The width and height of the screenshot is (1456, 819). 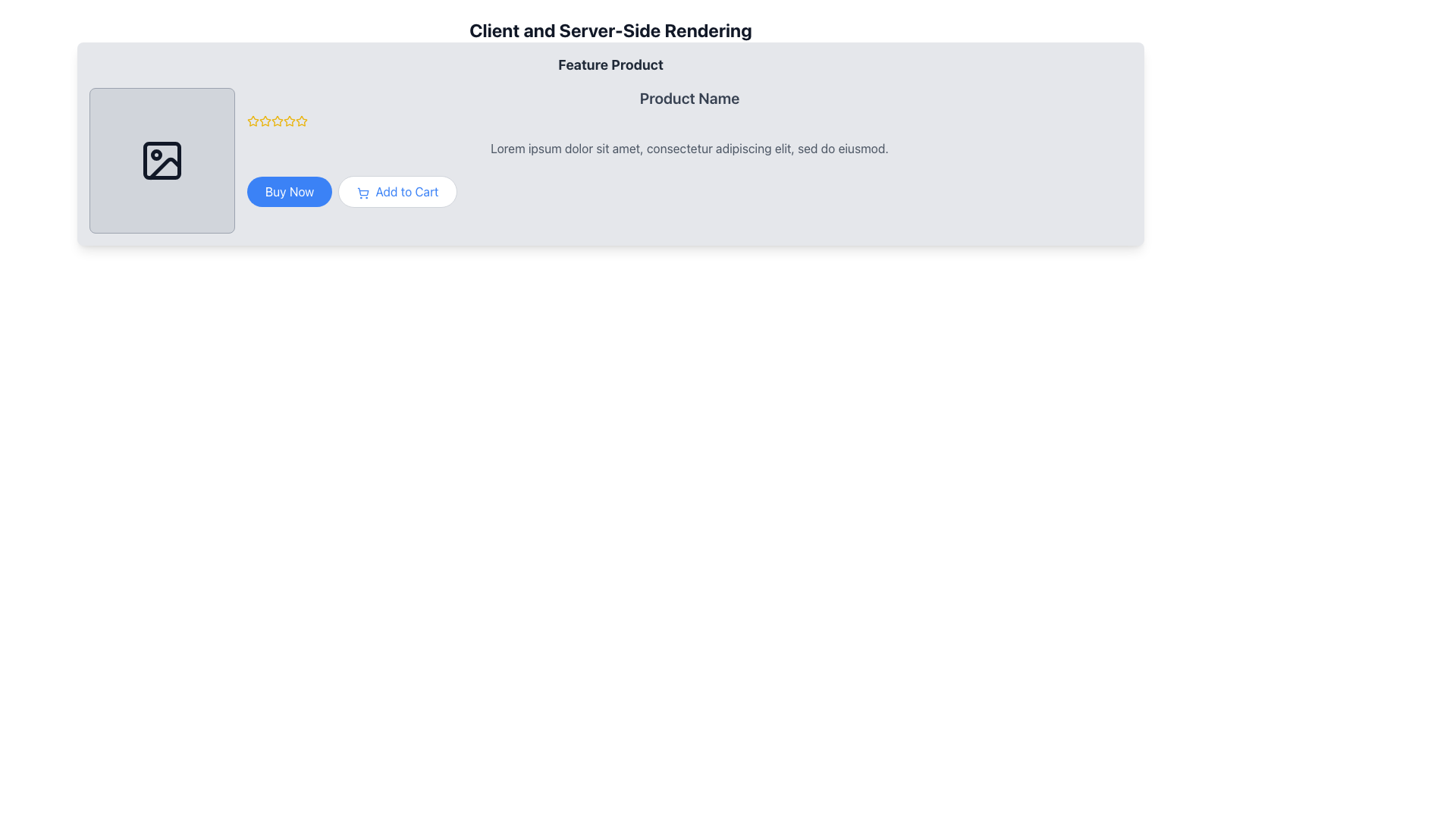 I want to click on the first Rating Star Icon located below the product image to set a user's rating for the product, so click(x=253, y=120).